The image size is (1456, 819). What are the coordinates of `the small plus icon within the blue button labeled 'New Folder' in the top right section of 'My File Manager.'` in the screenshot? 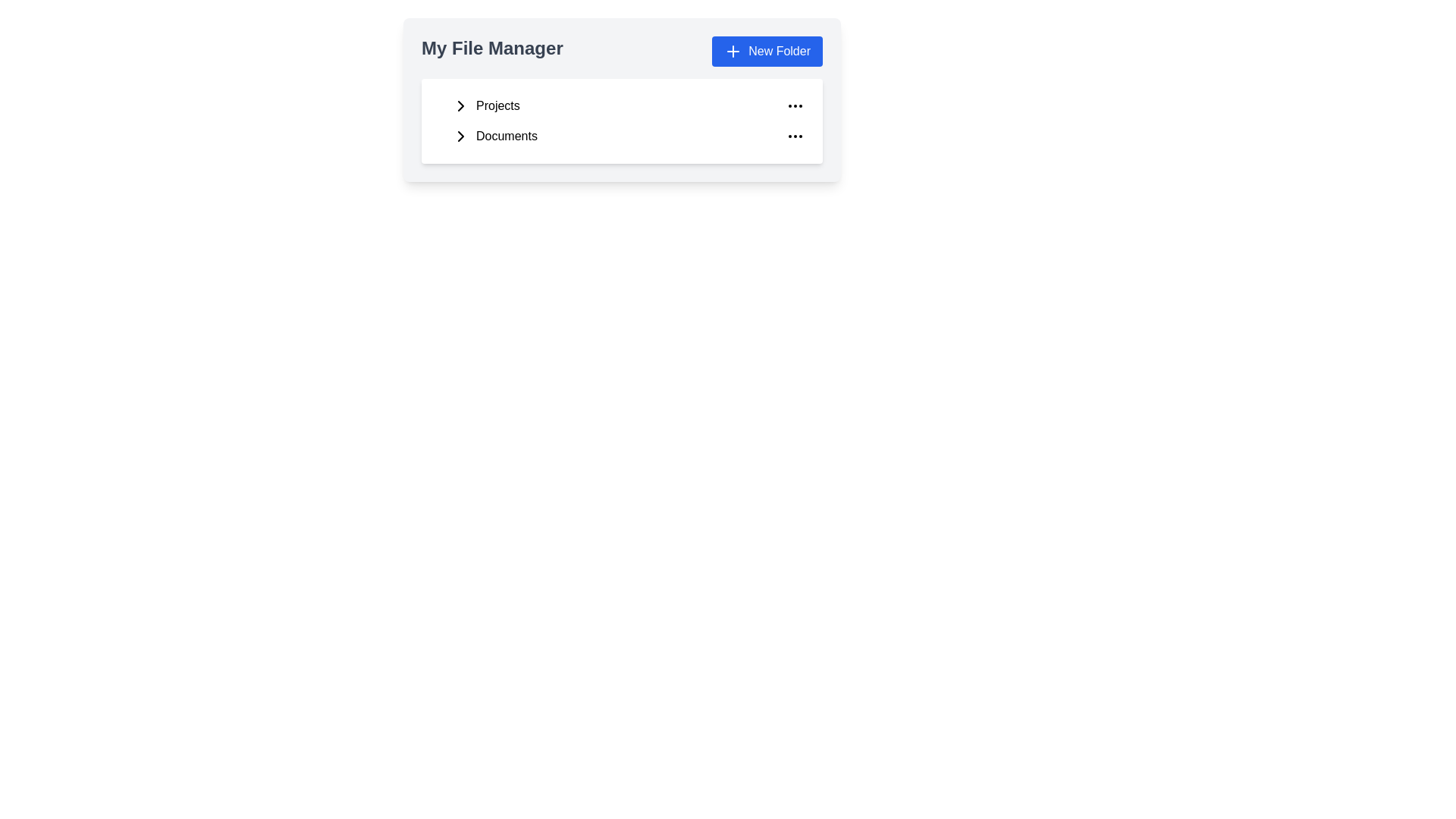 It's located at (733, 51).